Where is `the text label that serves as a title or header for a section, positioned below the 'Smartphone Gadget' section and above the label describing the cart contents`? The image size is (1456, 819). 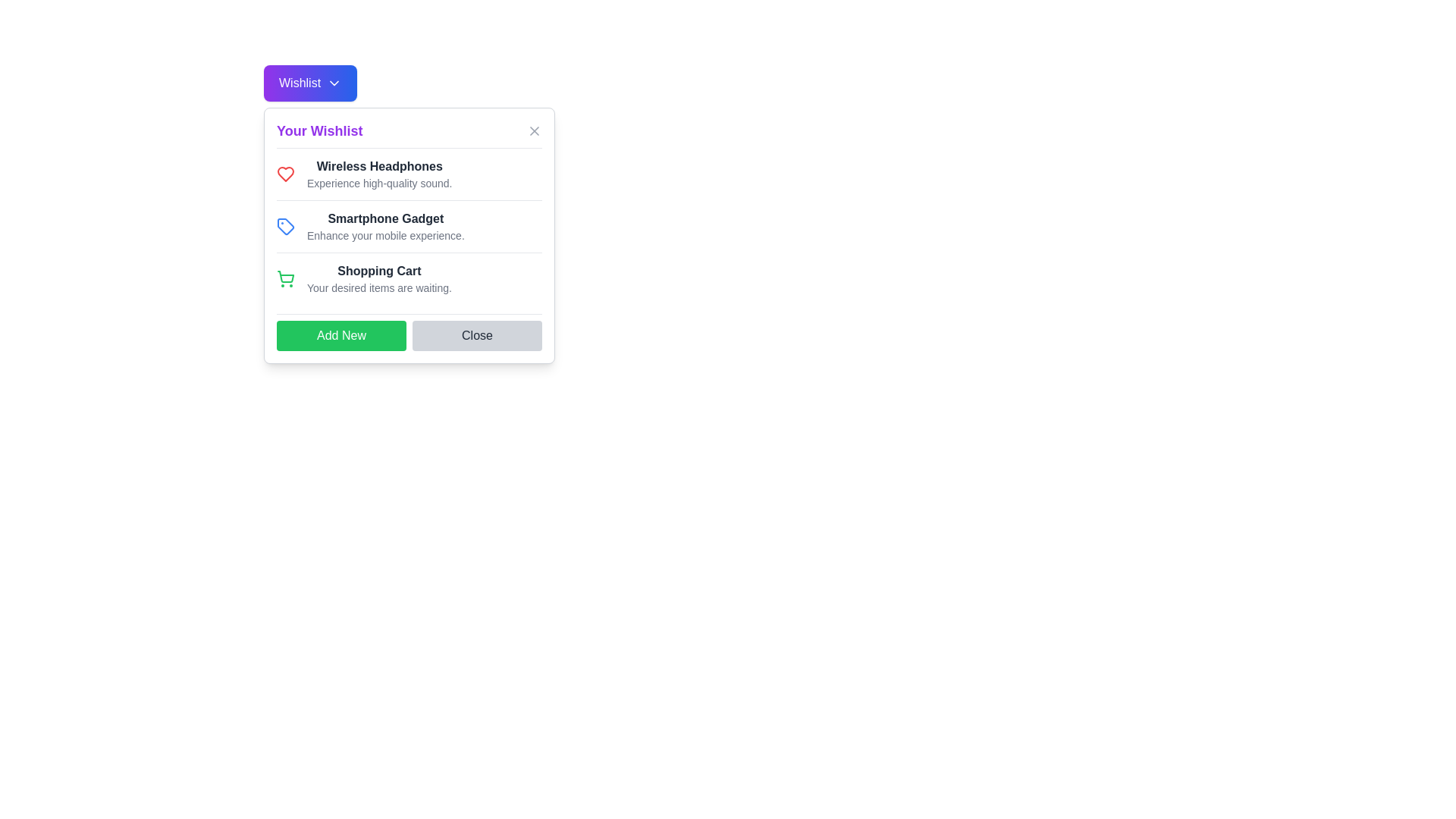
the text label that serves as a title or header for a section, positioned below the 'Smartphone Gadget' section and above the label describing the cart contents is located at coordinates (379, 271).